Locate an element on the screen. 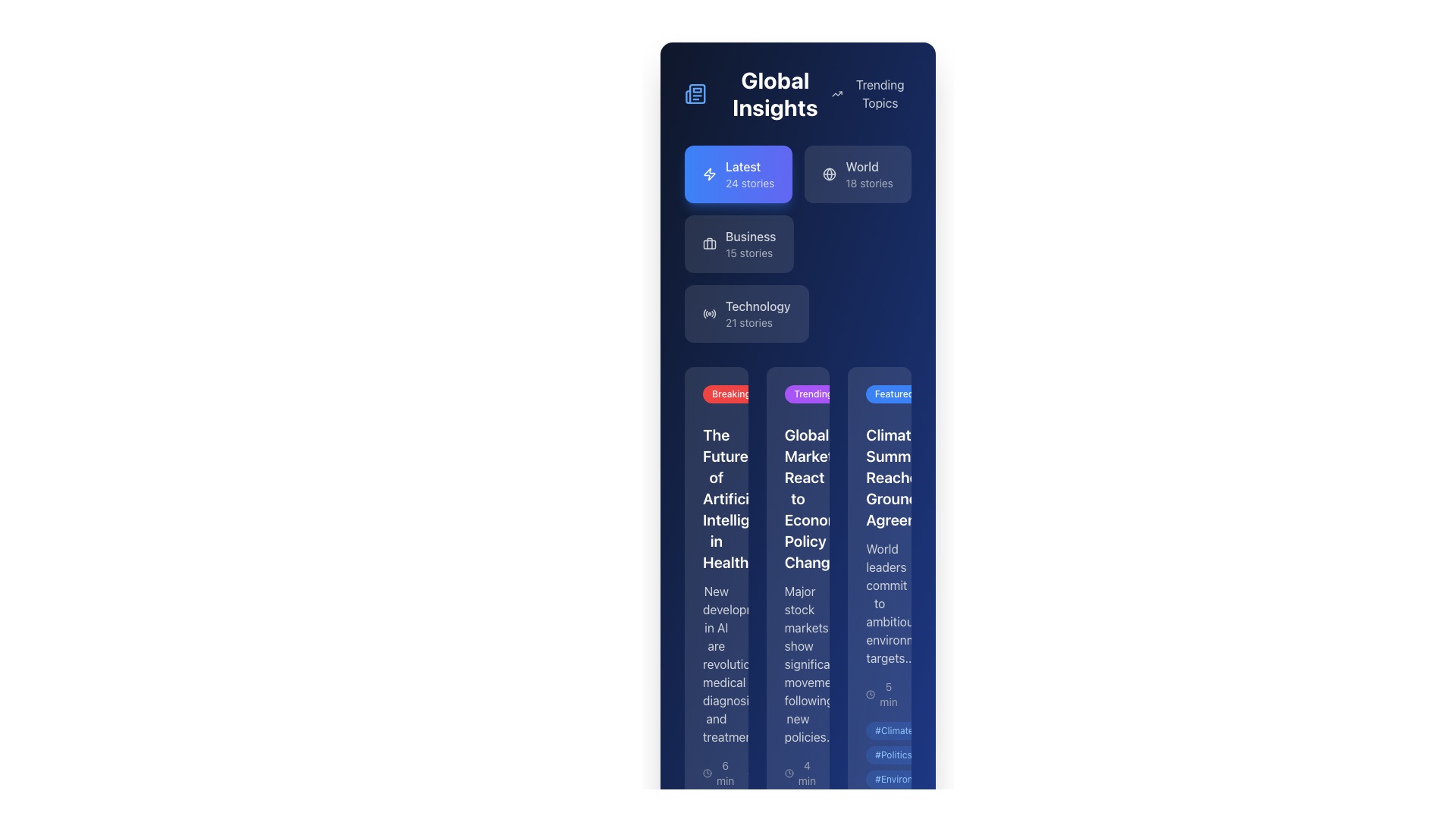 This screenshot has height=819, width=1456. the 'World' card button, which has a dark blue background, a globe icon, and displays 'World' in white bold text with '18 stories' underneath is located at coordinates (858, 174).